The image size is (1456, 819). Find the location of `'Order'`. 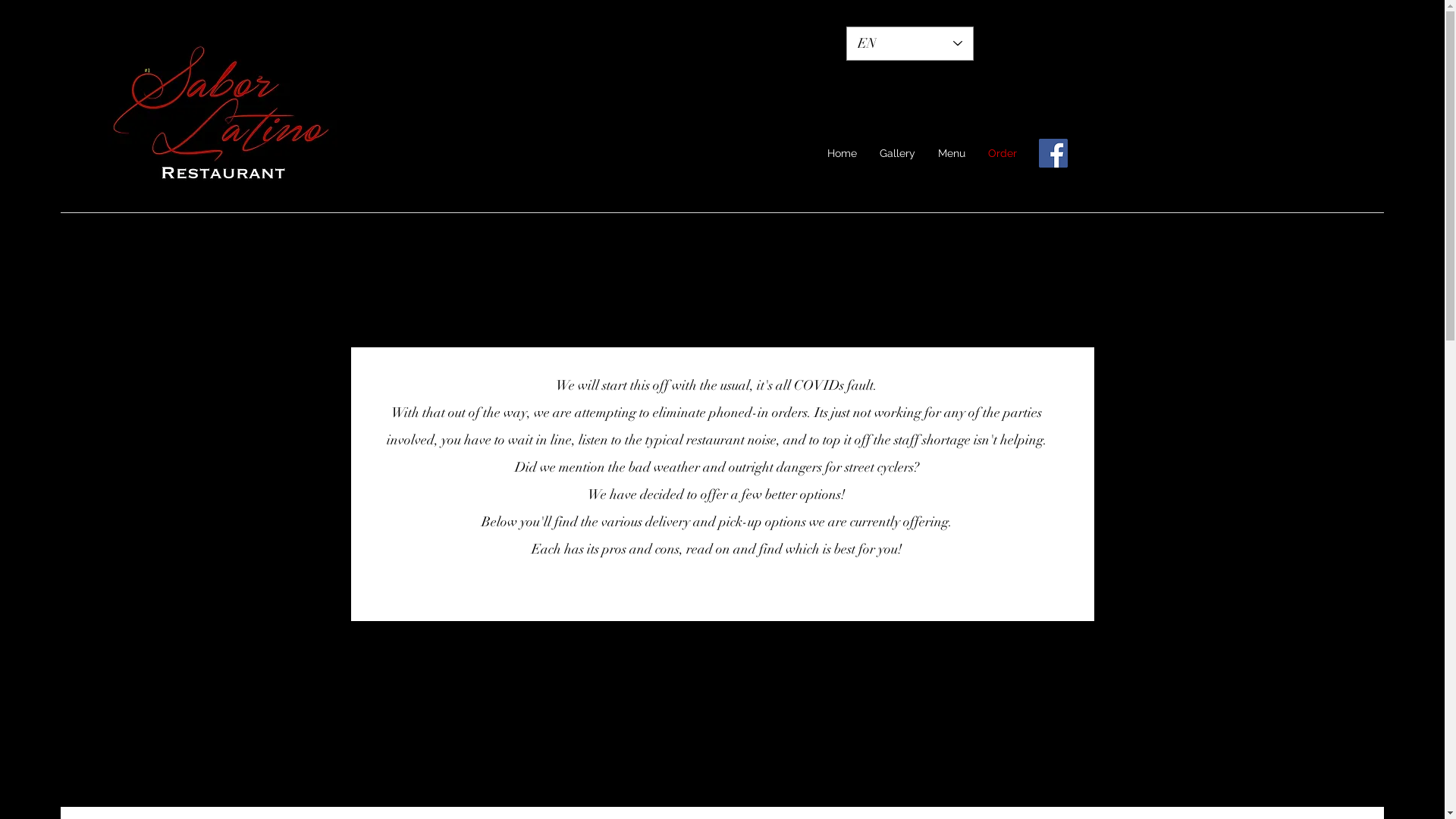

'Order' is located at coordinates (976, 153).